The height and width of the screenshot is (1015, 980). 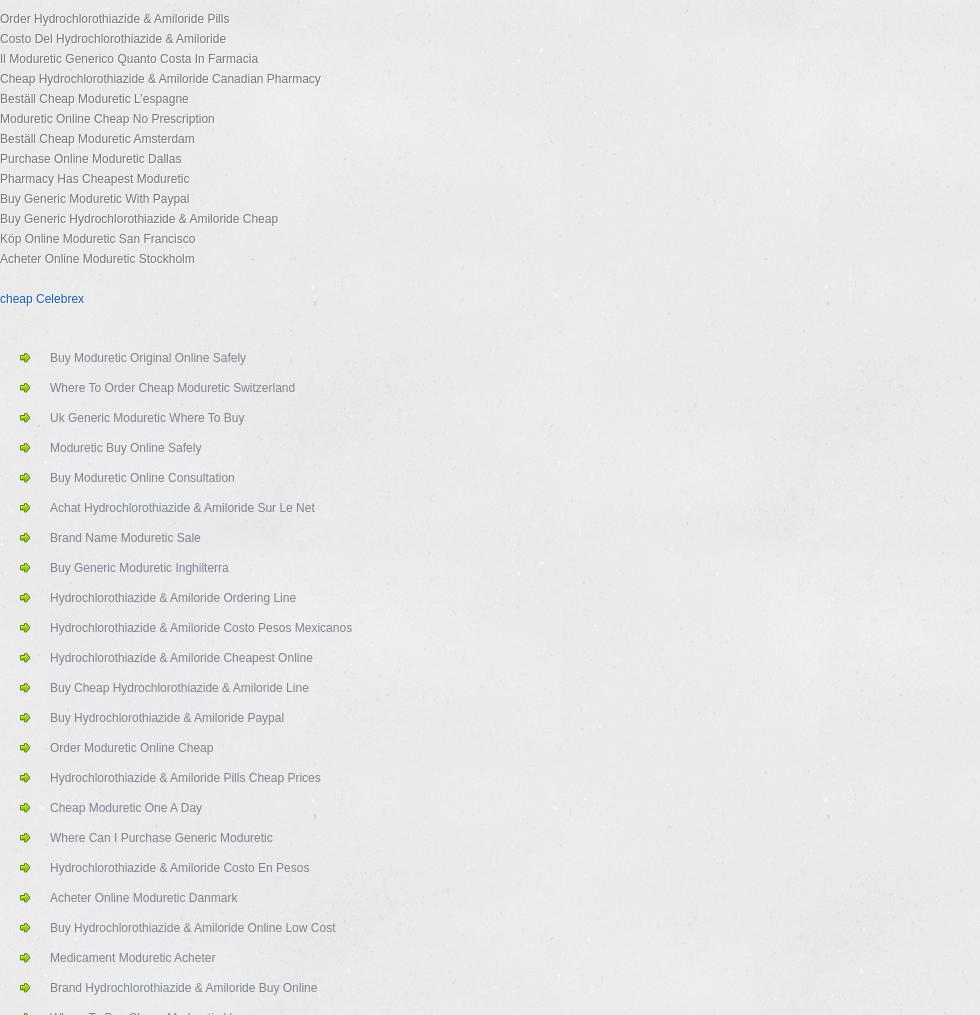 What do you see at coordinates (138, 219) in the screenshot?
I see `'Buy Generic Hydrochlorothiazide & Amiloride  Cheap'` at bounding box center [138, 219].